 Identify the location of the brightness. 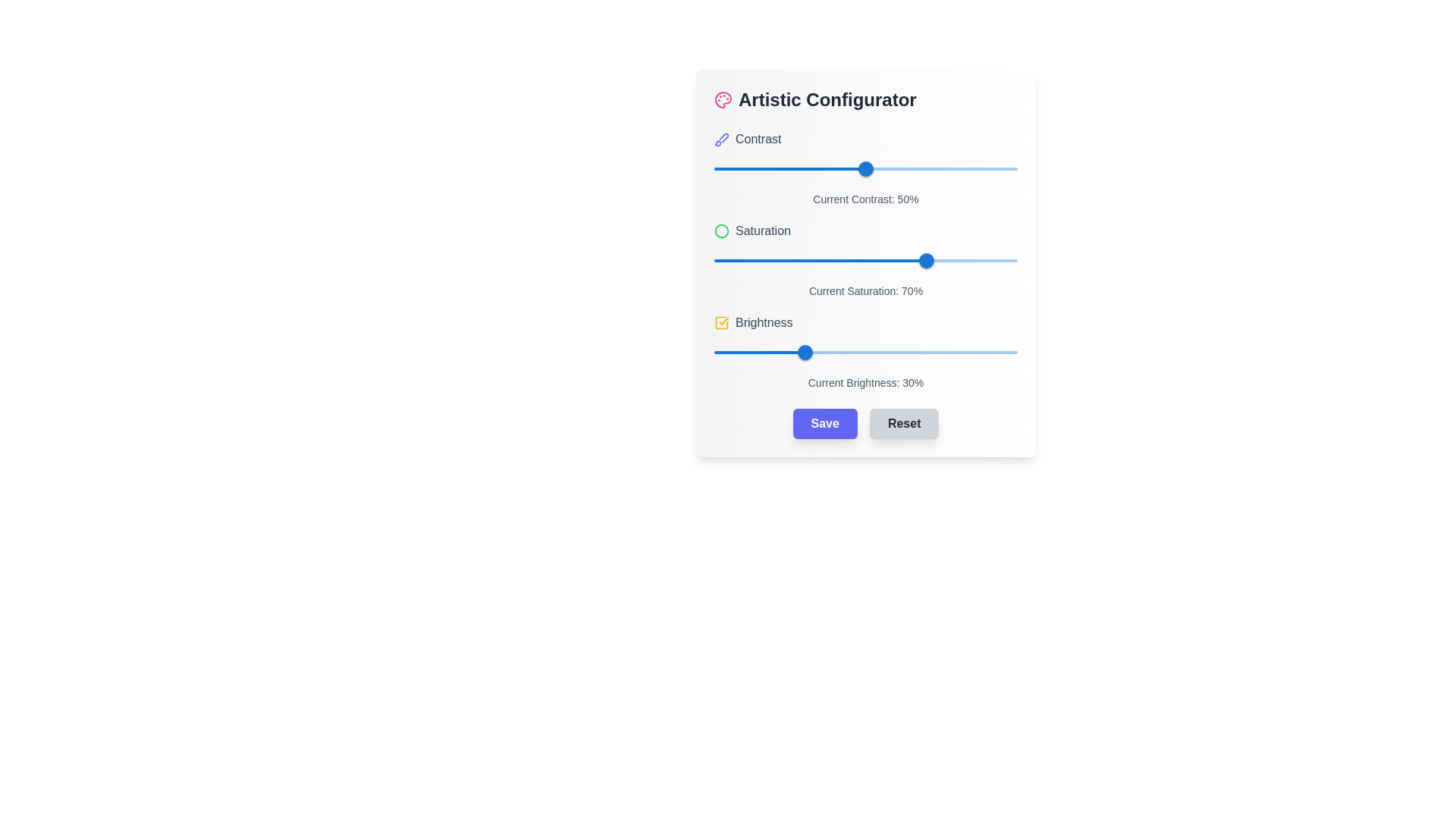
(916, 353).